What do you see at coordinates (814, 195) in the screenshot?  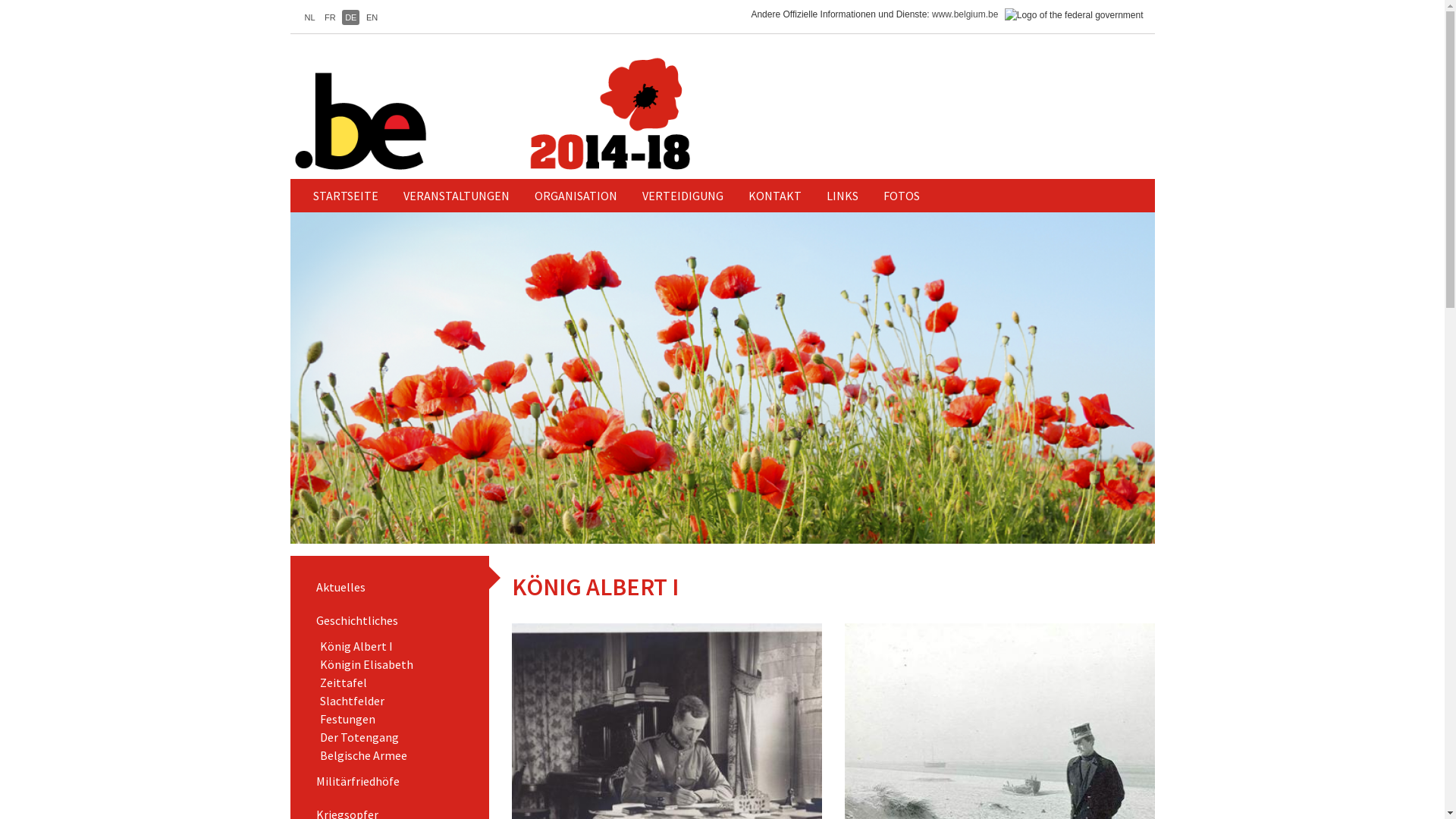 I see `'LINKS'` at bounding box center [814, 195].